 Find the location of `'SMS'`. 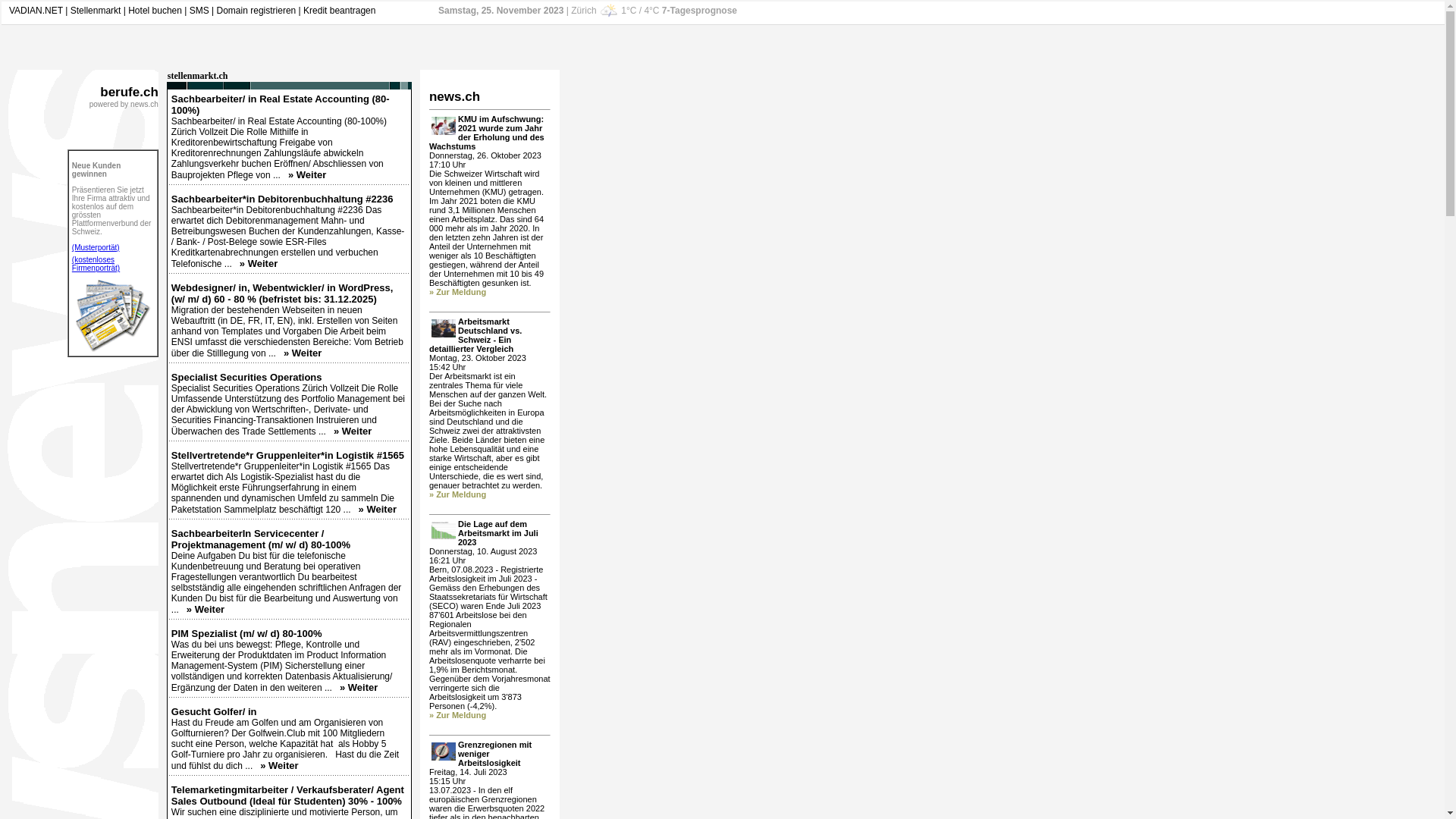

'SMS' is located at coordinates (199, 11).